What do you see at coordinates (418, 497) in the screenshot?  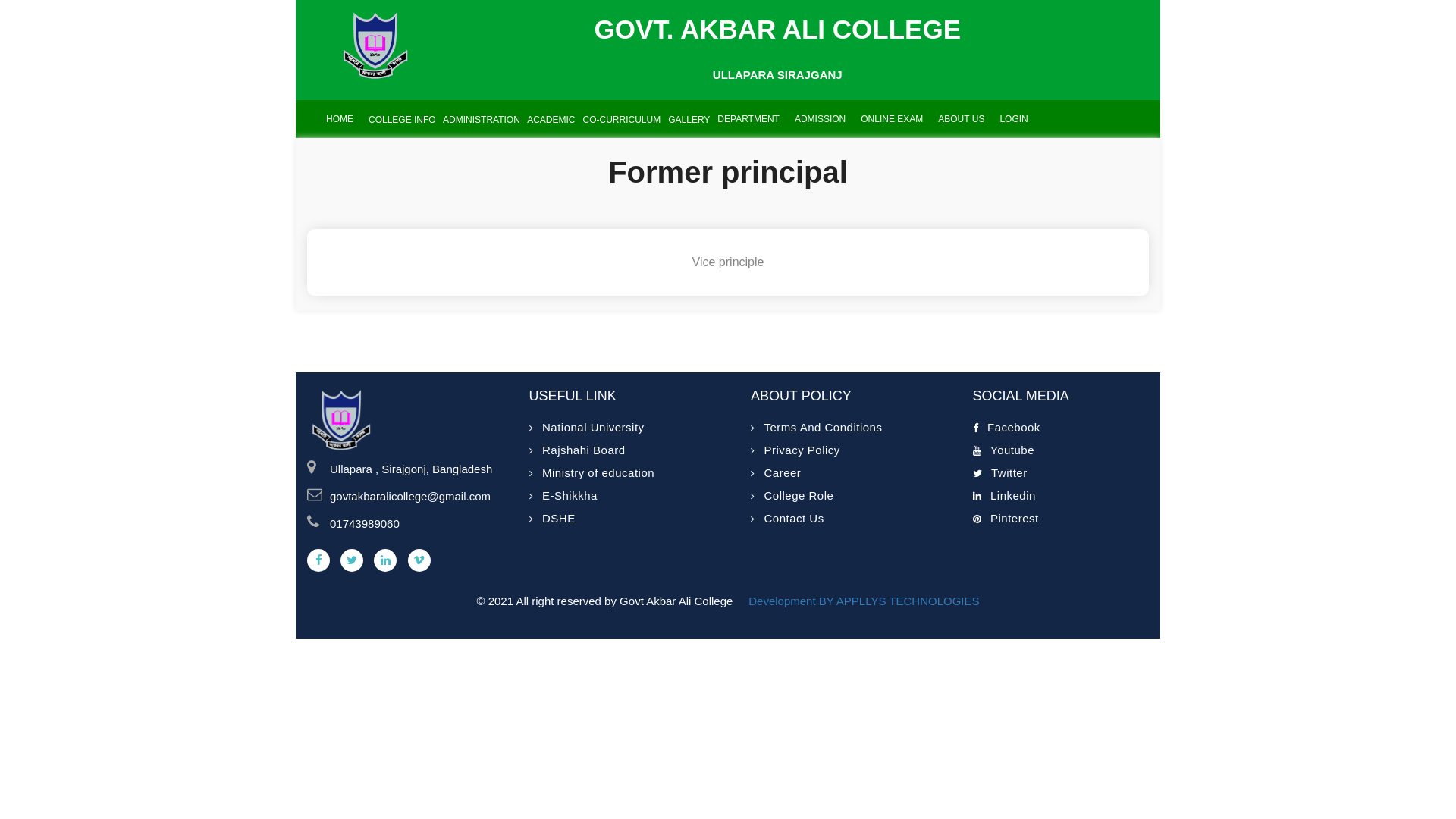 I see `'govtakbaralicollege@gmail.com'` at bounding box center [418, 497].